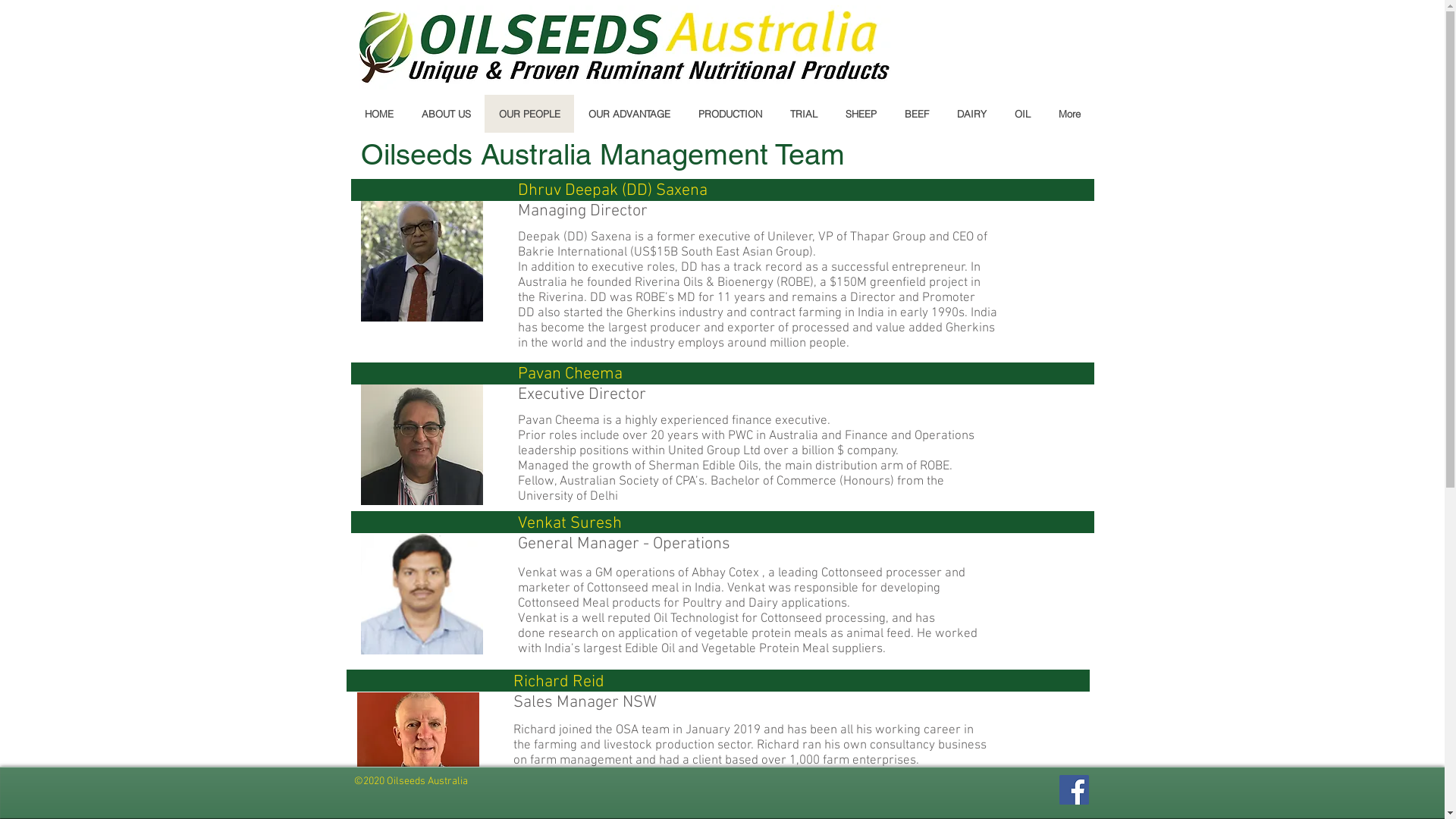  What do you see at coordinates (1021, 113) in the screenshot?
I see `'OIL'` at bounding box center [1021, 113].